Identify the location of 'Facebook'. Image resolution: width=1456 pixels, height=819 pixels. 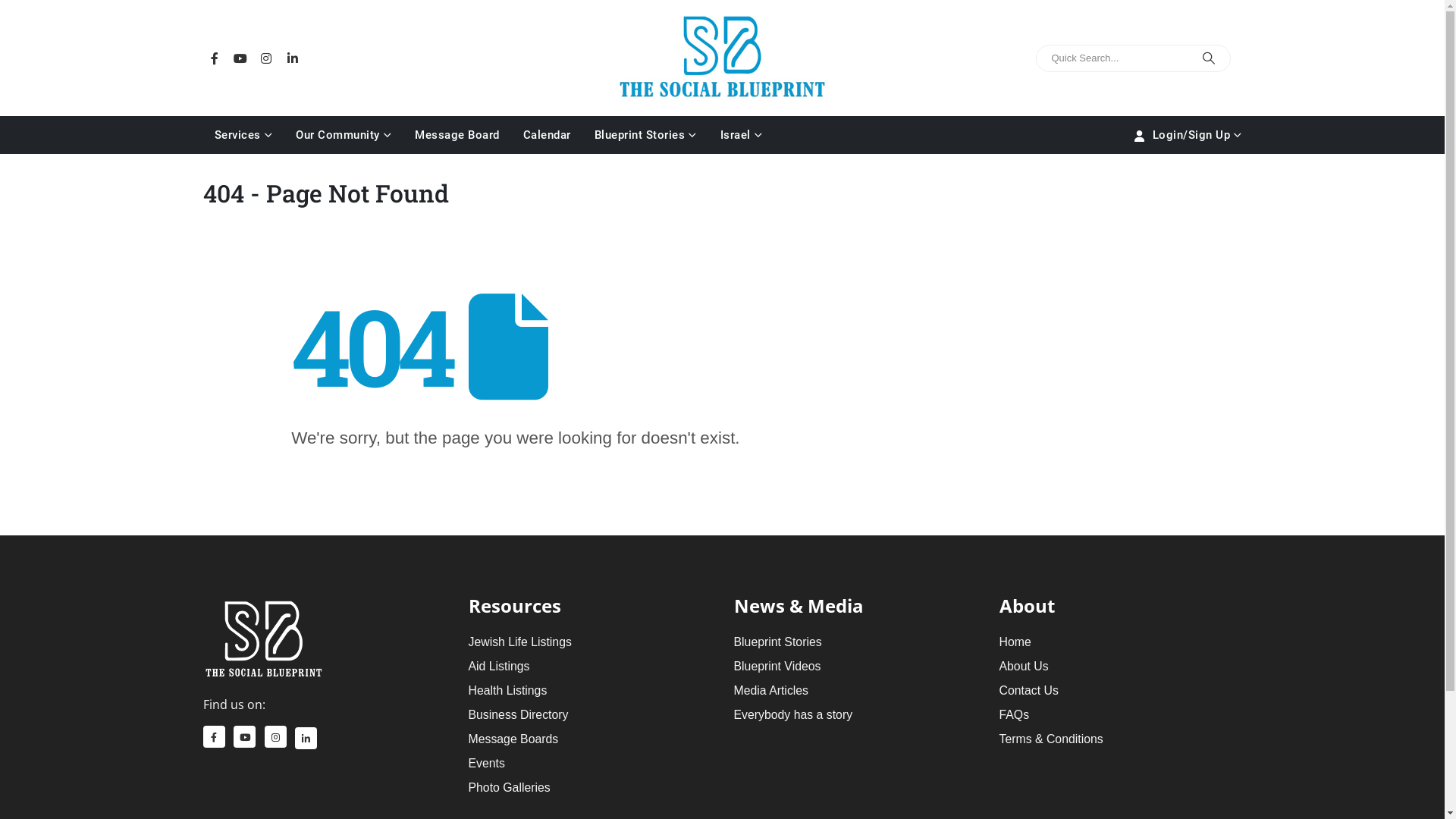
(202, 57).